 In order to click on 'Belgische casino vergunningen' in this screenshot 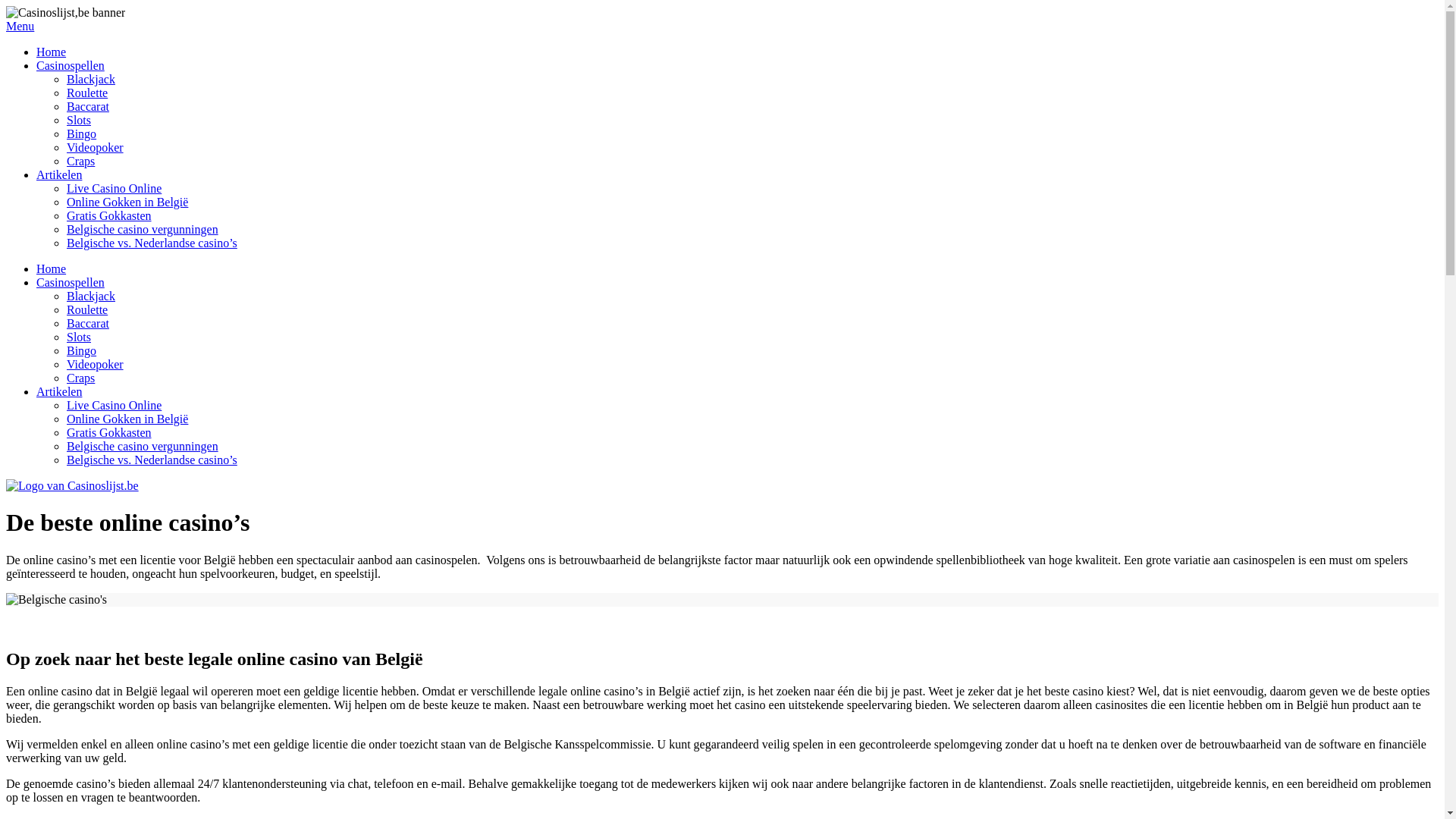, I will do `click(142, 229)`.